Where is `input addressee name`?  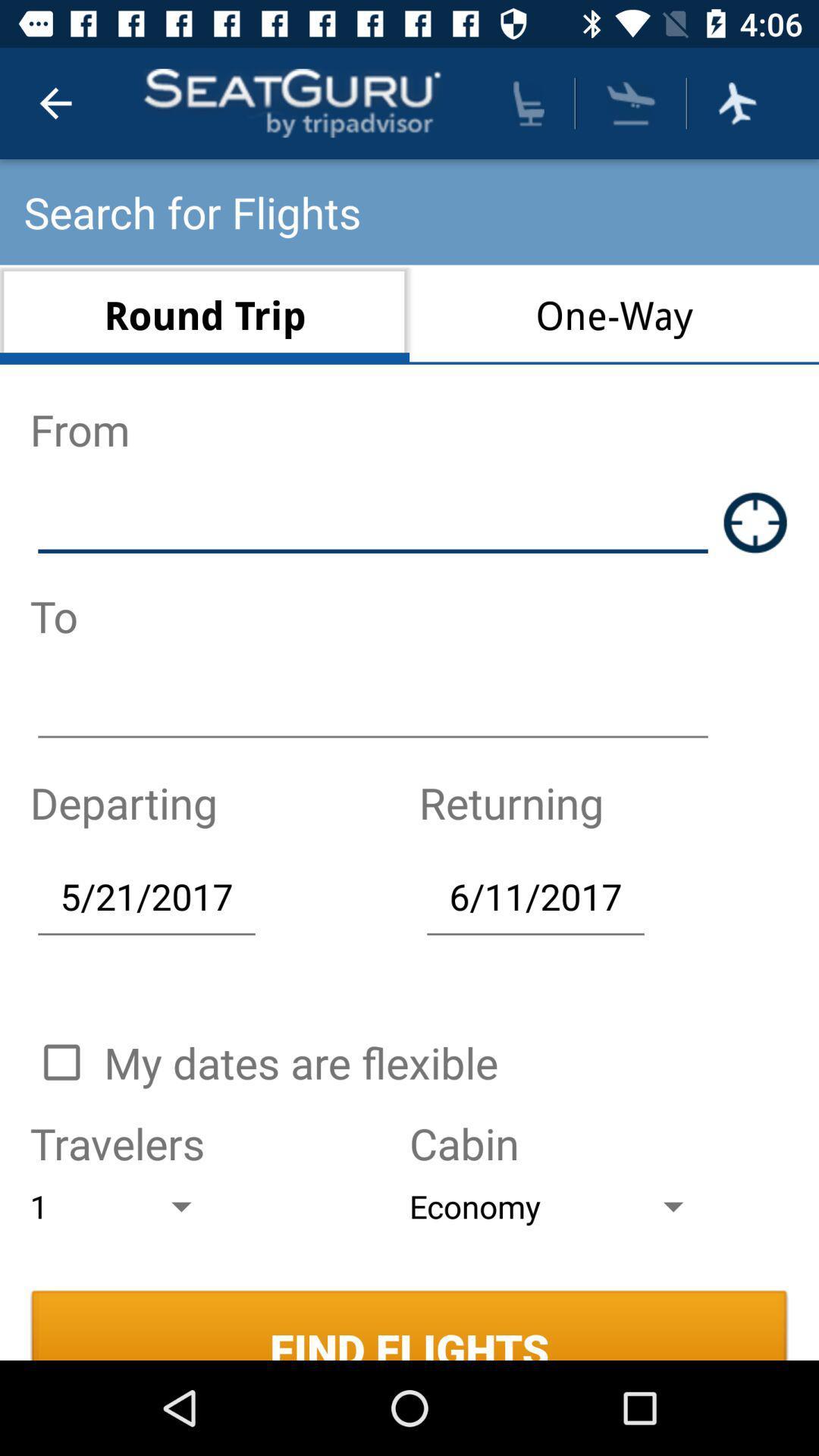
input addressee name is located at coordinates (373, 708).